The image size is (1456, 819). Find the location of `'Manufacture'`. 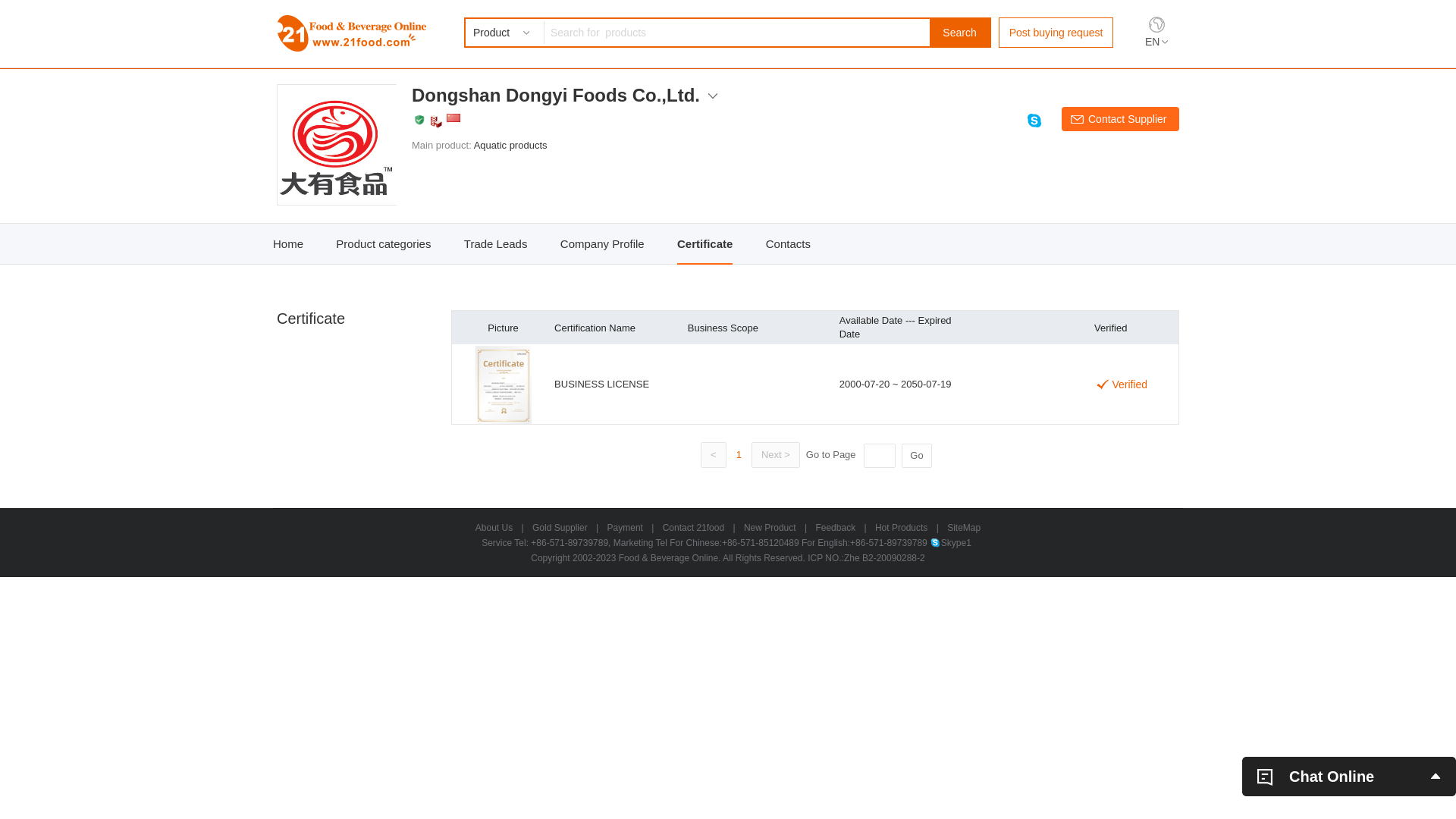

'Manufacture' is located at coordinates (435, 120).